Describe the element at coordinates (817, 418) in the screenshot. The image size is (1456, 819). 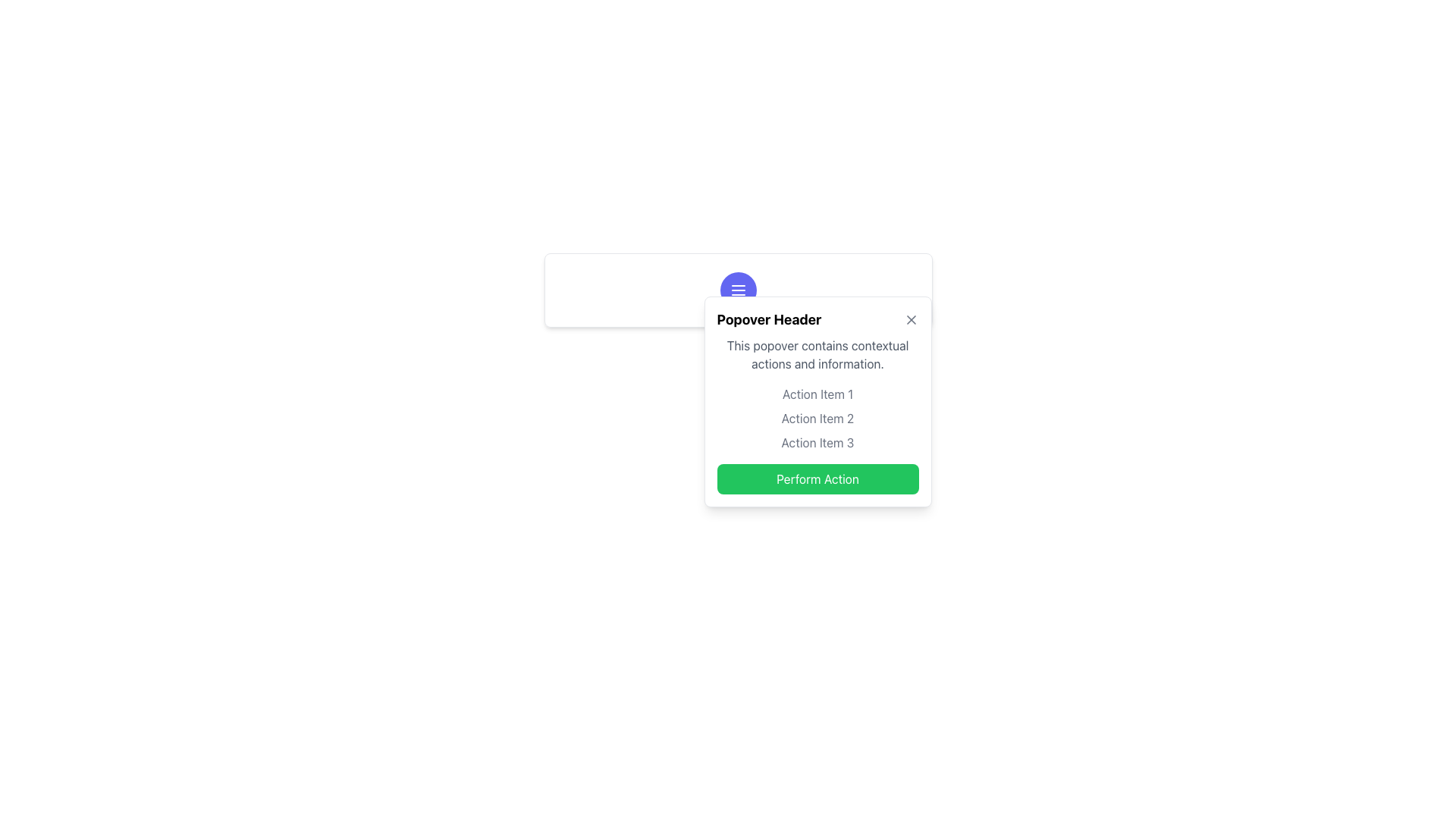
I see `the list of clickable text items in the popover, which are styled in gray text and become underlined on hover, positioned below the header 'Popover Header' and above the 'Perform Action' button` at that location.